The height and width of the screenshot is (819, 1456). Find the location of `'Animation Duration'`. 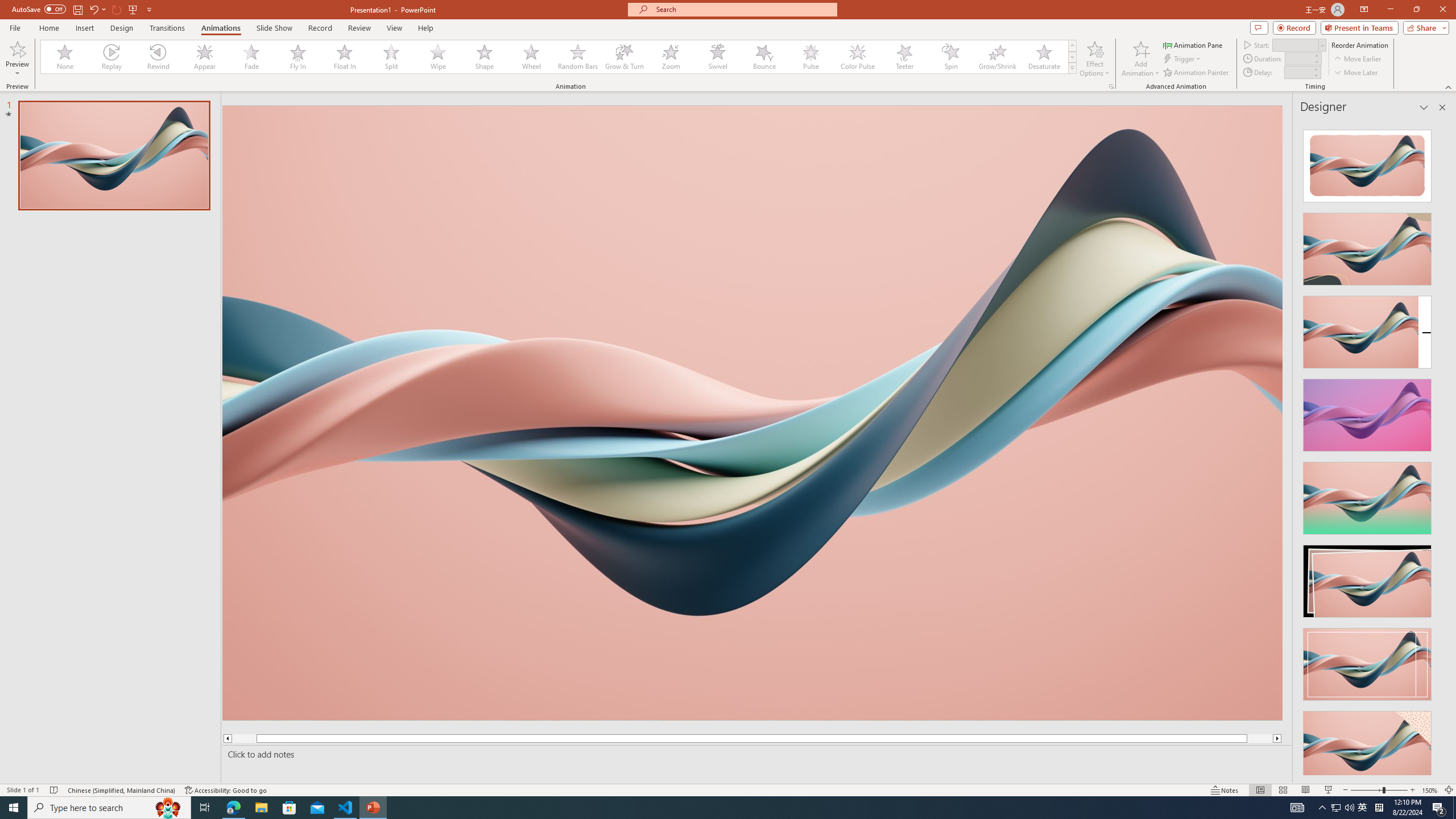

'Animation Duration' is located at coordinates (1298, 58).